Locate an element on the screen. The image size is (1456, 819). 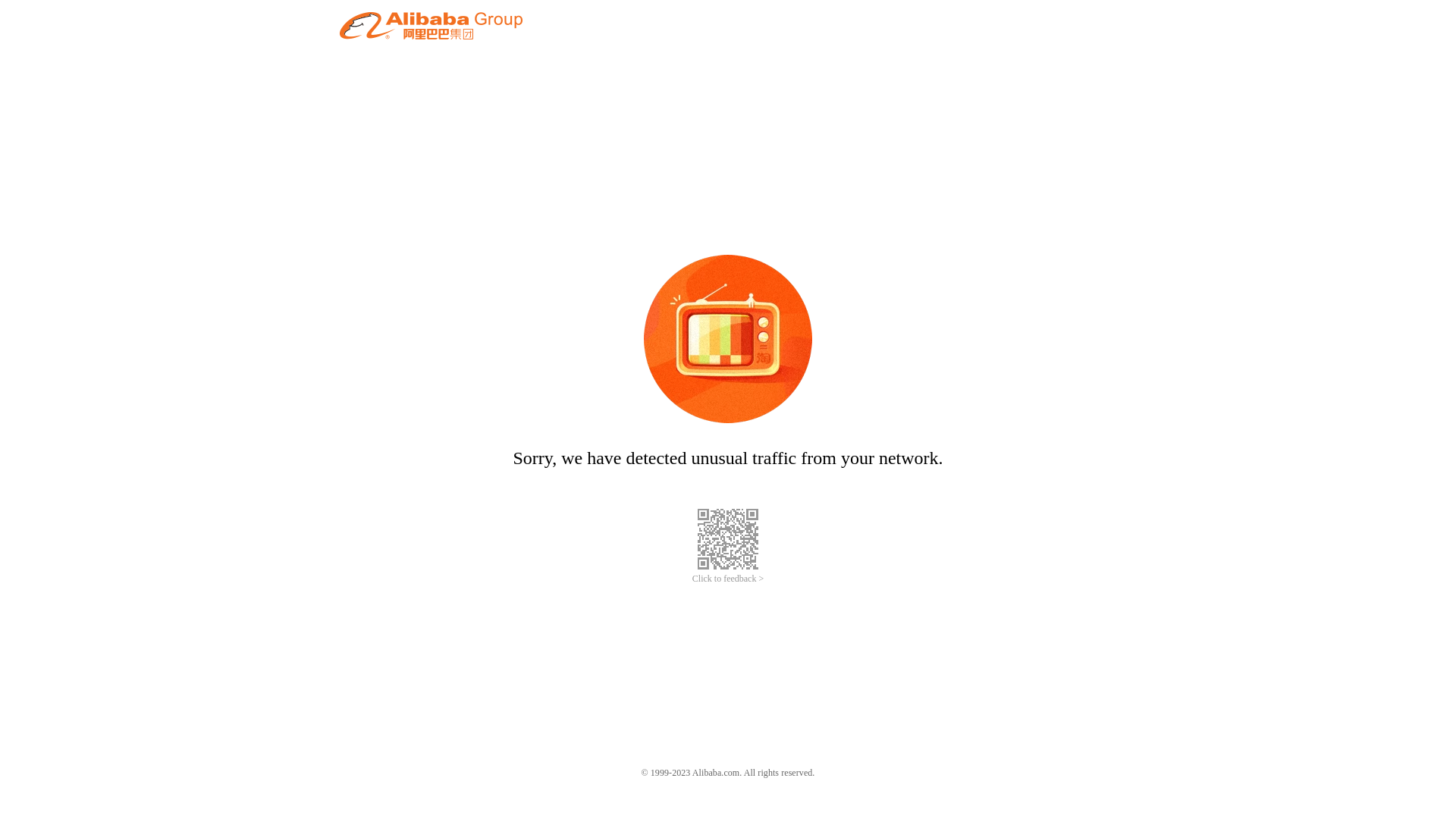
'Click to feedback >' is located at coordinates (728, 579).